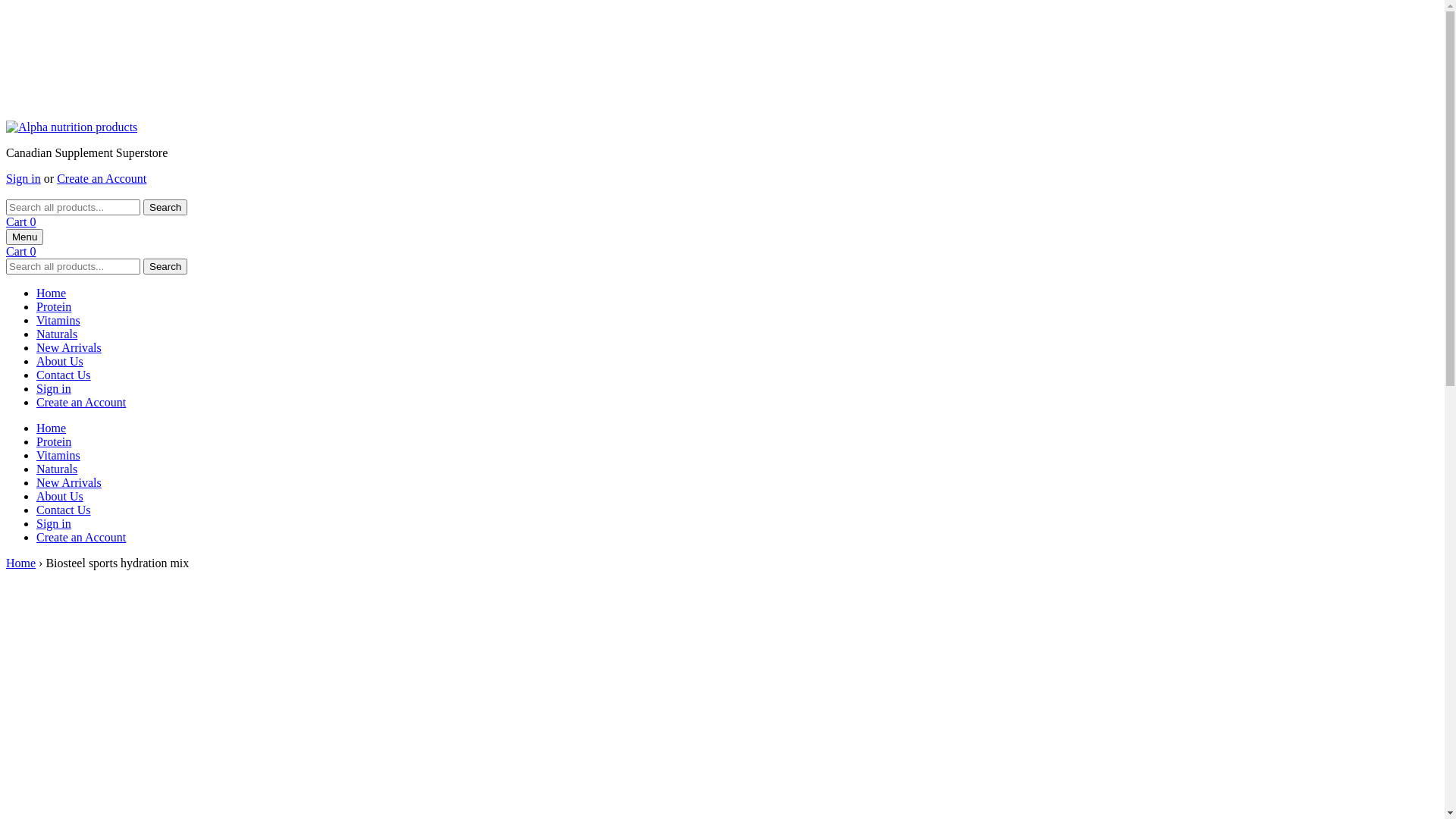  Describe the element at coordinates (24, 237) in the screenshot. I see `'Menu'` at that location.